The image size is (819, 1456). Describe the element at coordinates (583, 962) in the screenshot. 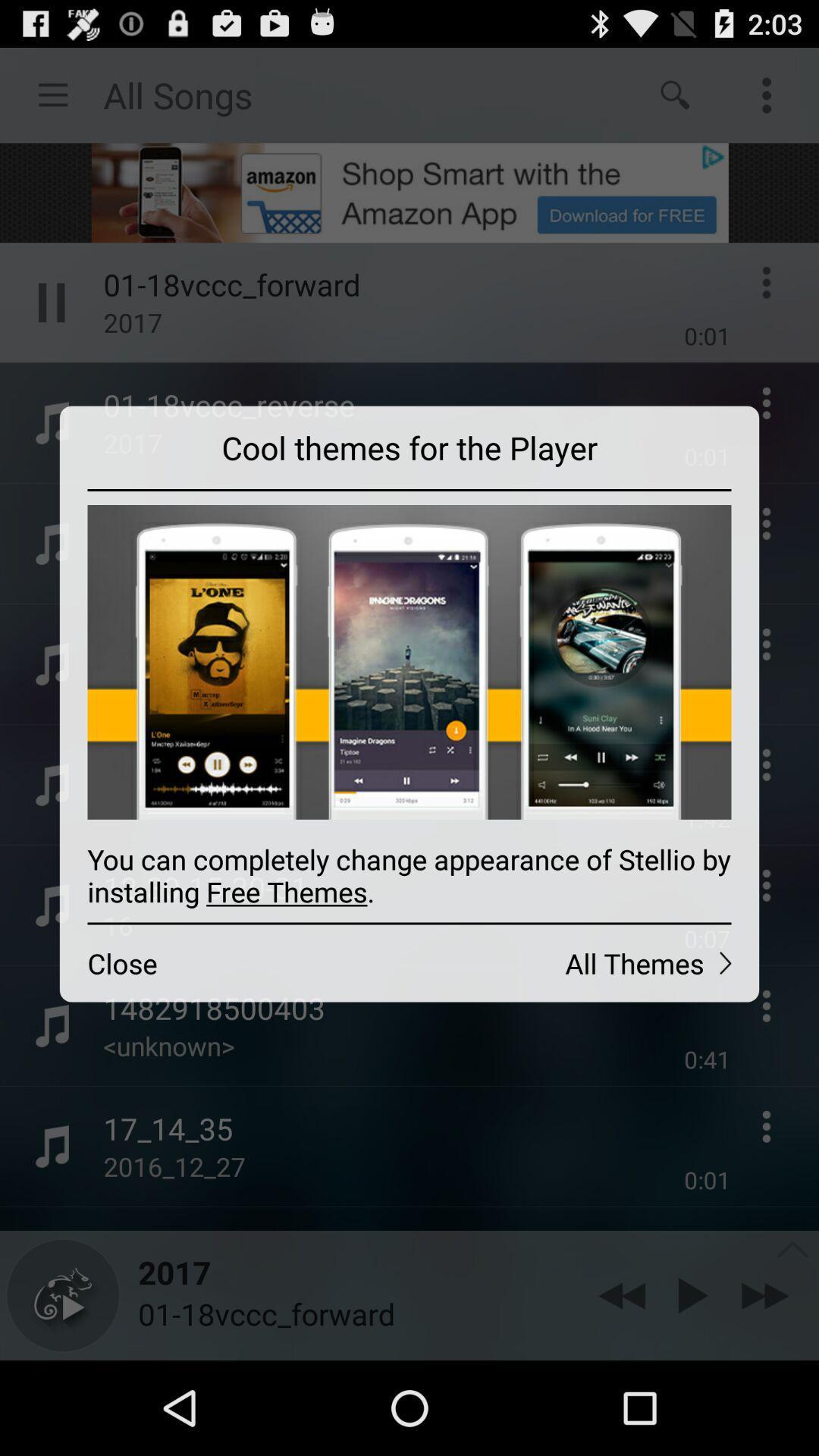

I see `all themes icon` at that location.